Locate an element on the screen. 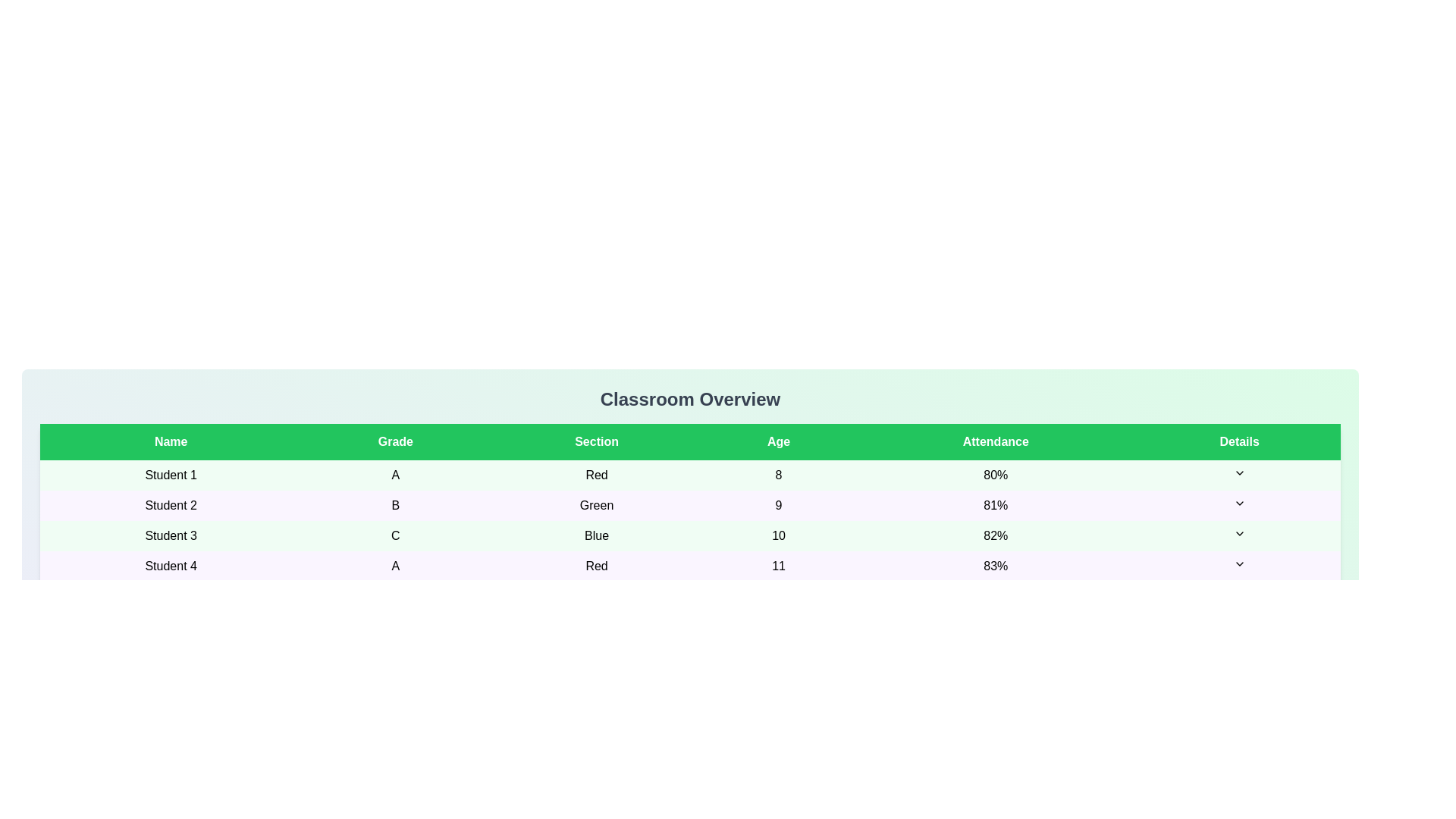 The height and width of the screenshot is (819, 1456). the header Name to sort the table by that column is located at coordinates (171, 441).